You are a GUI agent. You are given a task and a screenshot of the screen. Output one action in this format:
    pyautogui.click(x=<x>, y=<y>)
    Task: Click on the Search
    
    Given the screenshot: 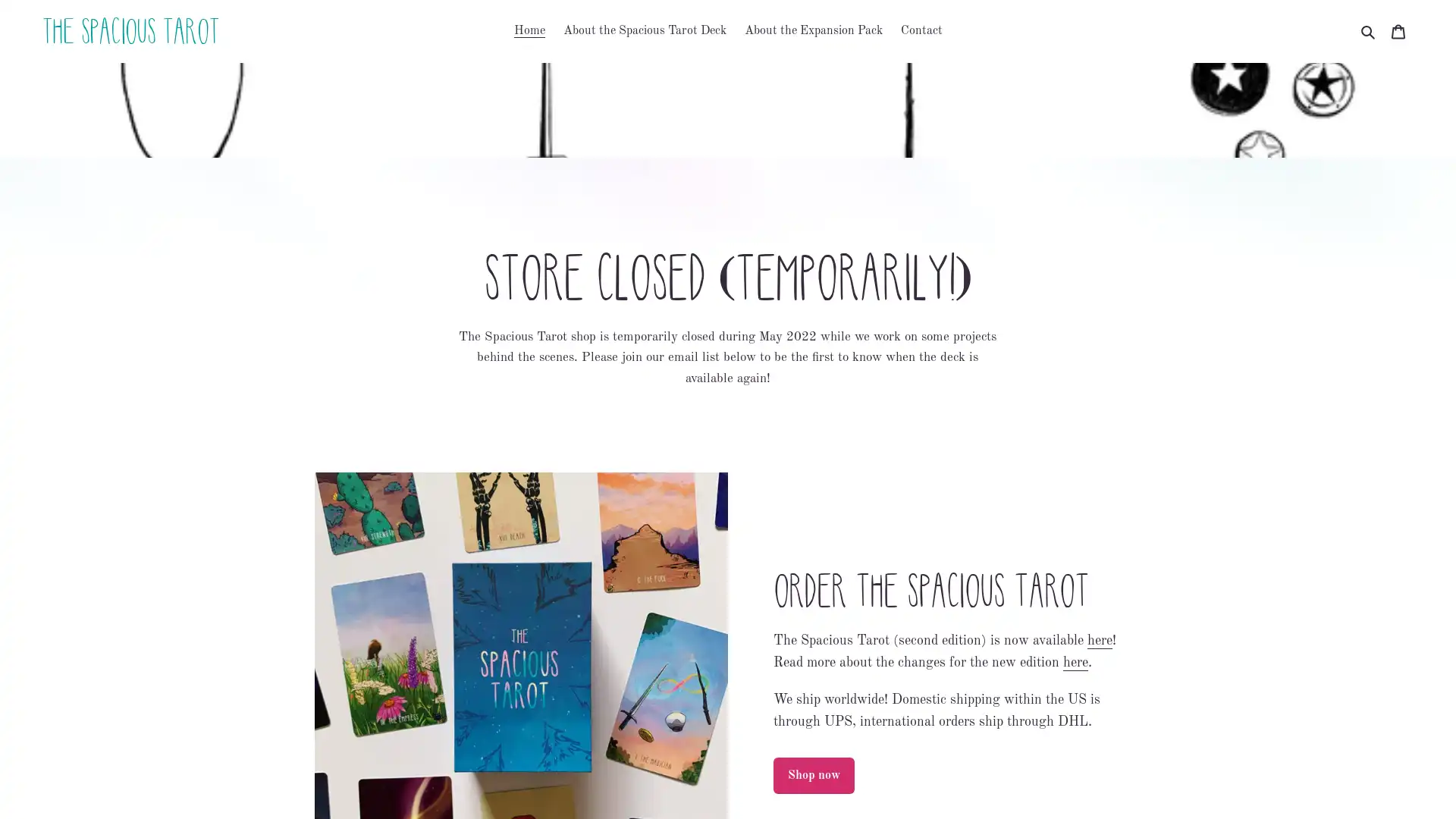 What is the action you would take?
    pyautogui.click(x=1369, y=31)
    